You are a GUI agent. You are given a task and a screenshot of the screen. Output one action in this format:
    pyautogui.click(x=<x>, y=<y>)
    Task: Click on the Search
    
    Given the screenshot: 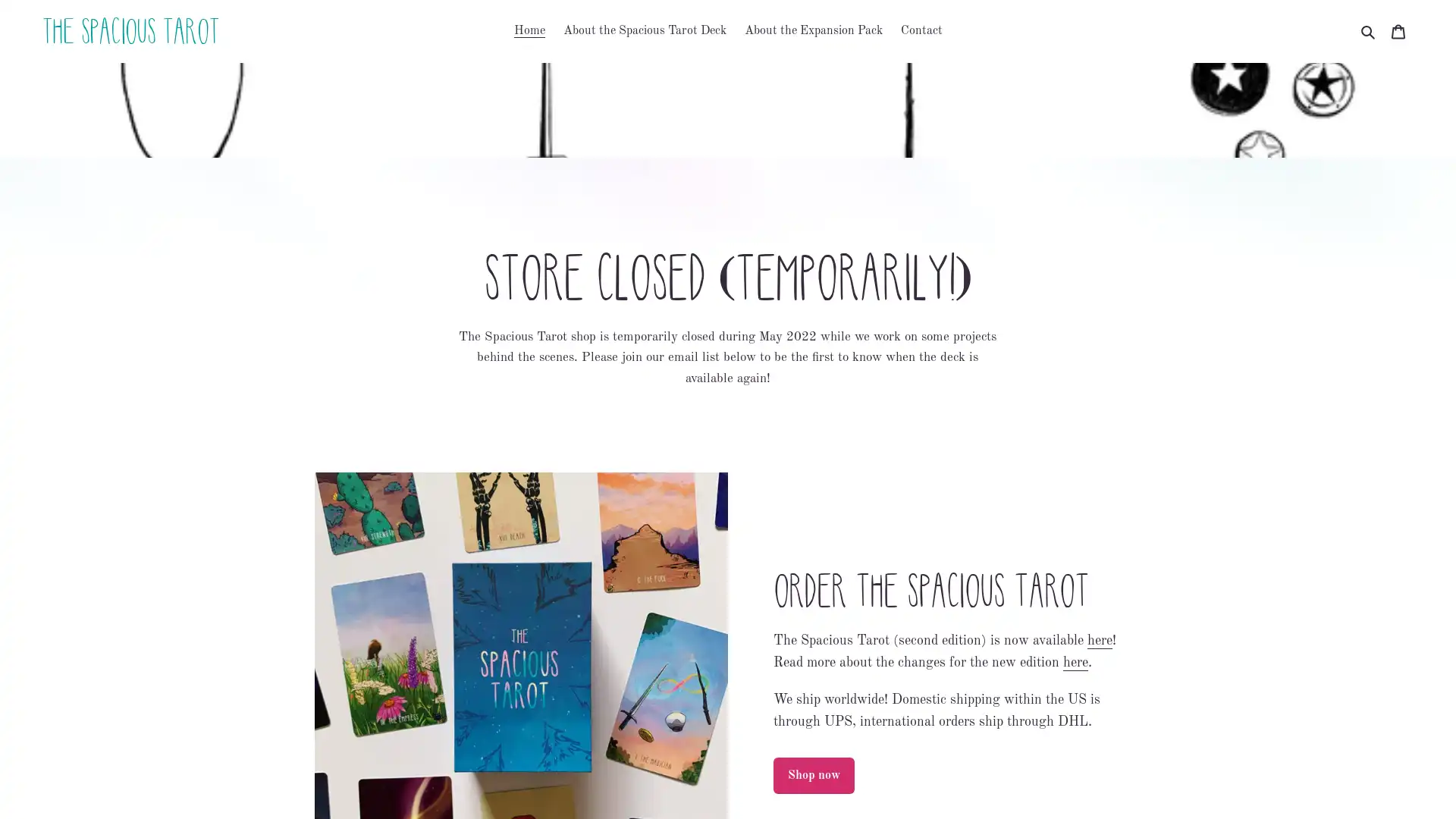 What is the action you would take?
    pyautogui.click(x=1369, y=31)
    